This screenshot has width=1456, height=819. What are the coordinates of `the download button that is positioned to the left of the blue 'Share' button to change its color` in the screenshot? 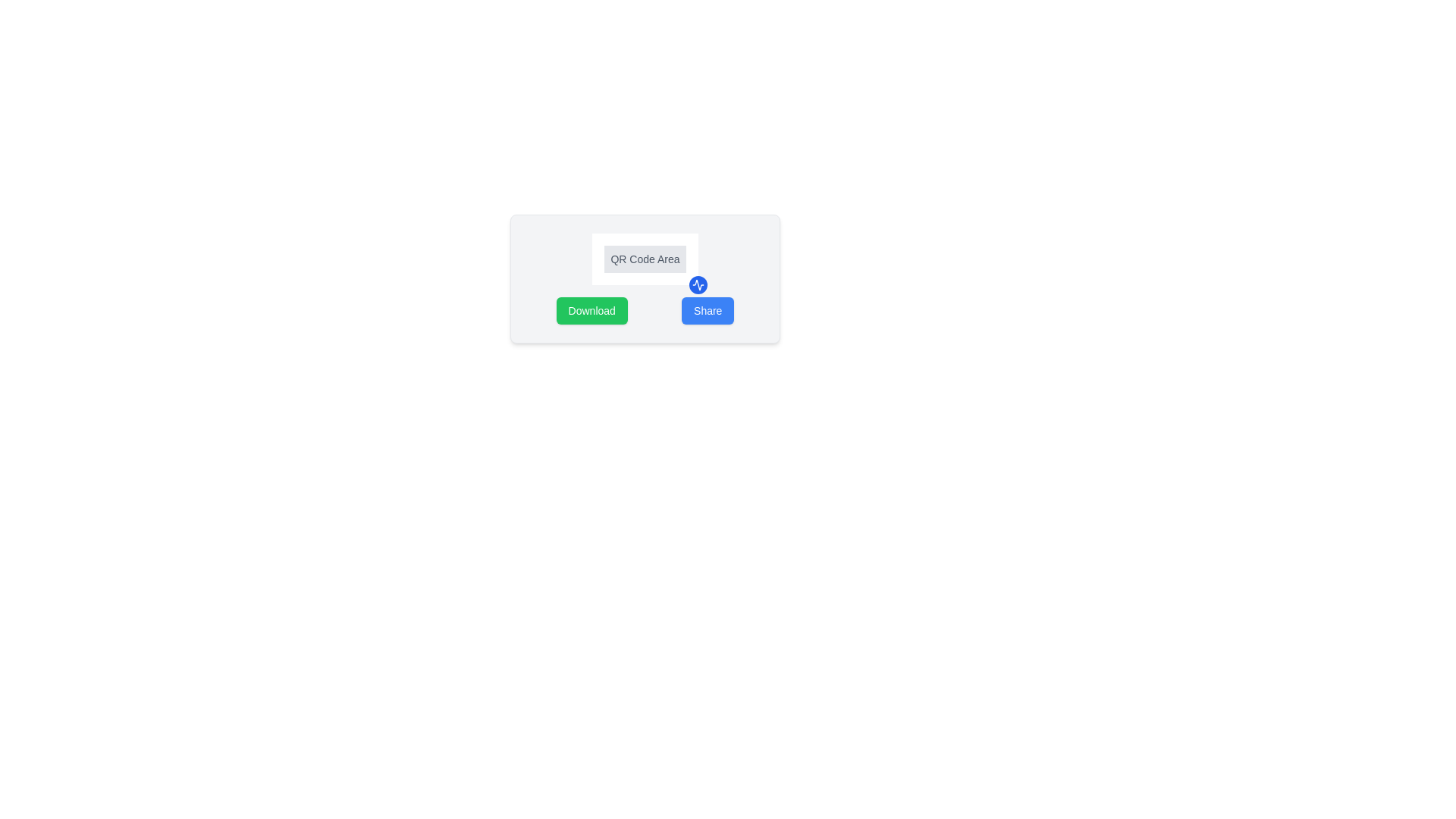 It's located at (591, 309).